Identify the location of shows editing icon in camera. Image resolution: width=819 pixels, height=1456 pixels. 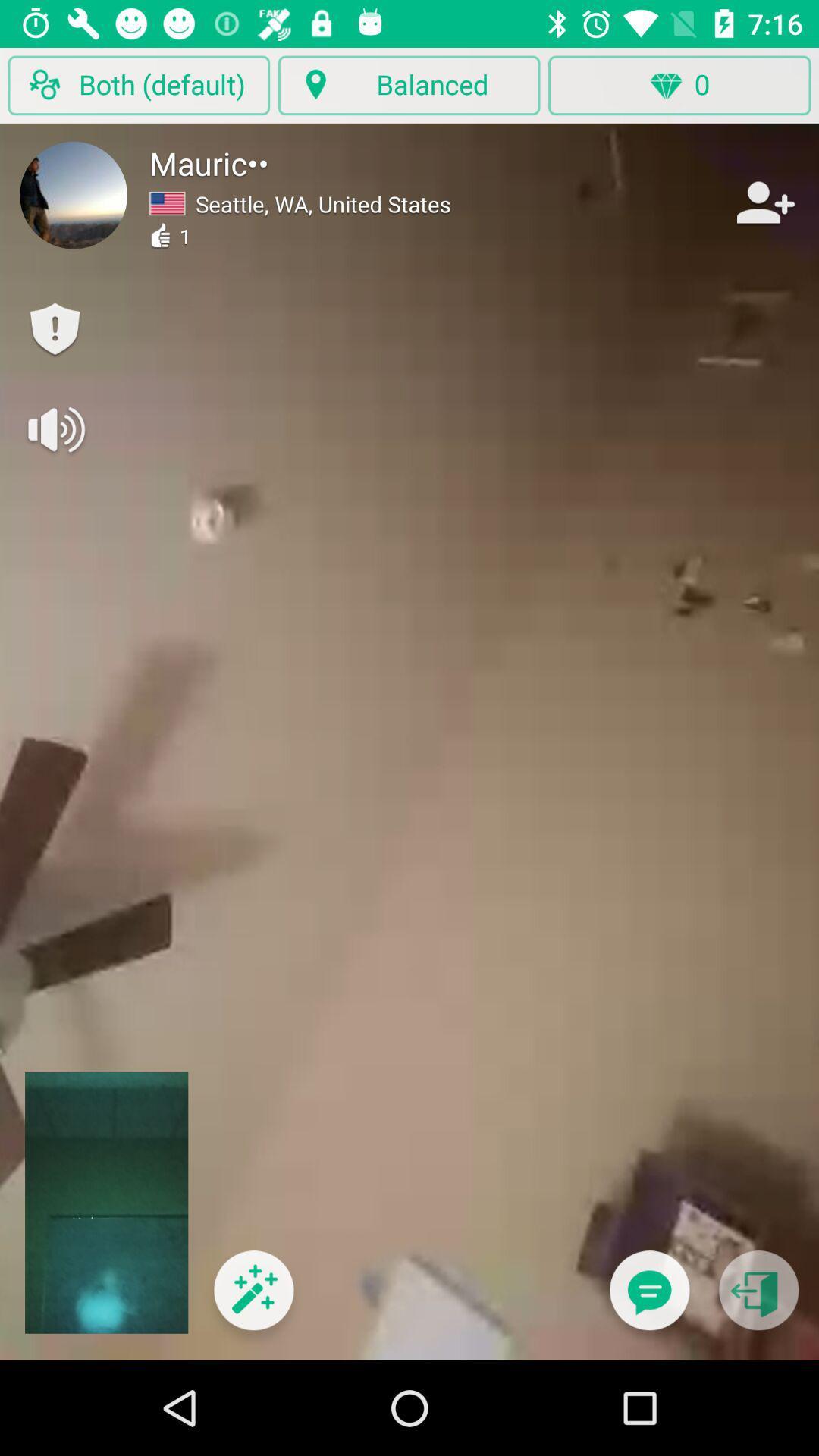
(253, 1299).